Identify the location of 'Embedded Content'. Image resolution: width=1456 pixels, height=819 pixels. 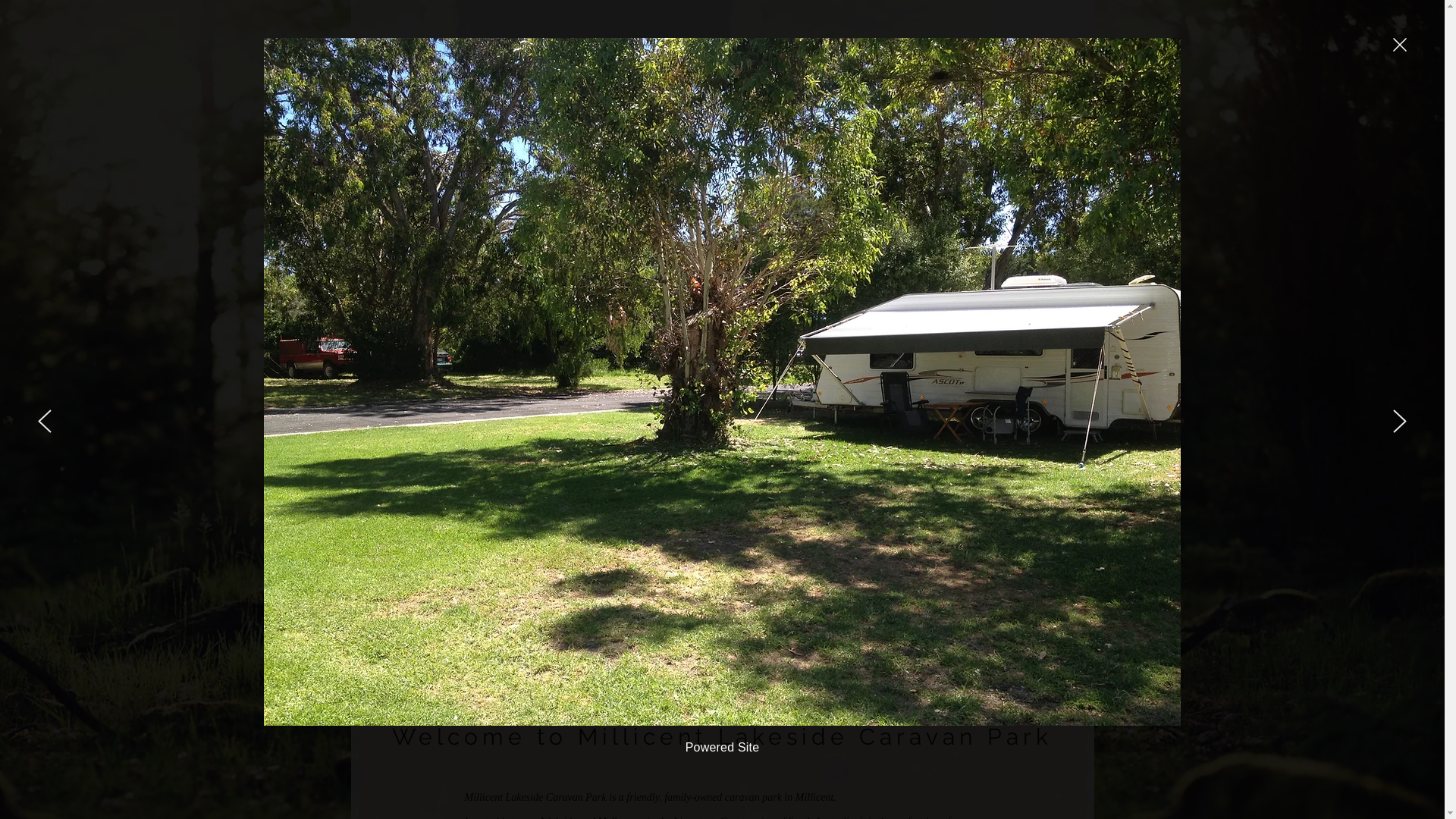
(567, 107).